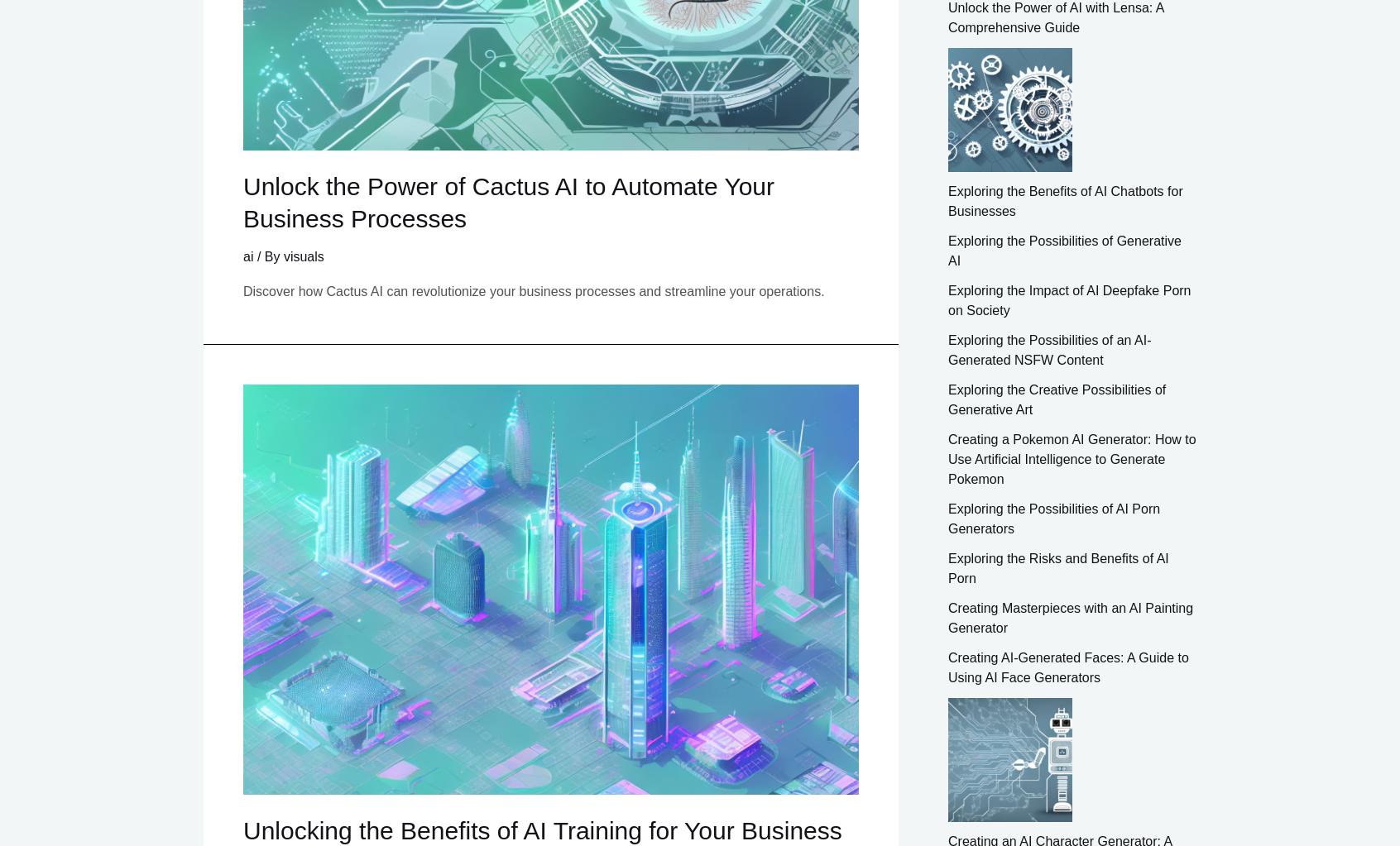 This screenshot has height=846, width=1400. I want to click on 'Unlocking the Benefits of AI Training for Your Business', so click(542, 829).